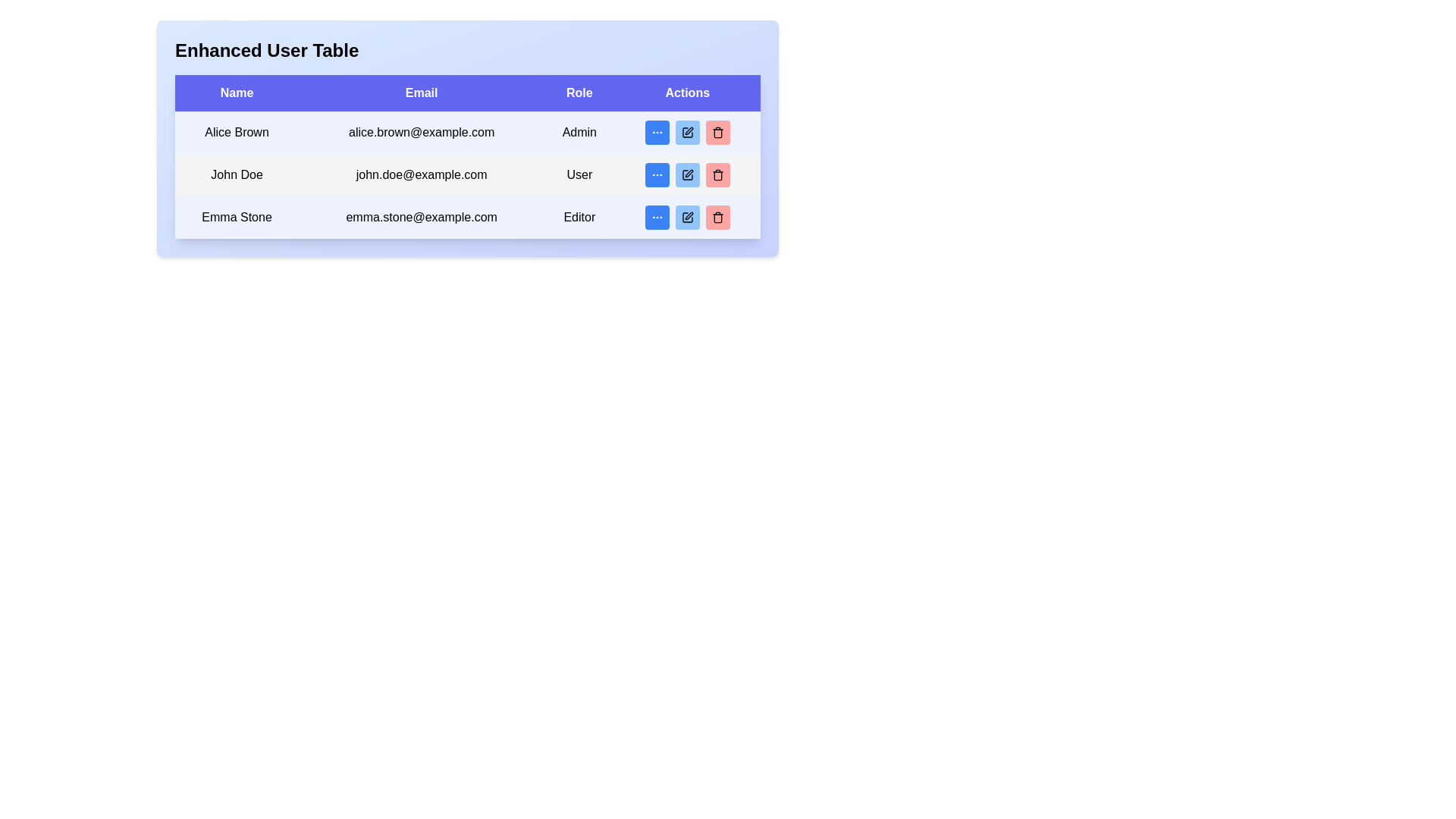  I want to click on the Table Header labeled 'Actions' which is the last column header in the row of headers with a blue background, so click(686, 93).